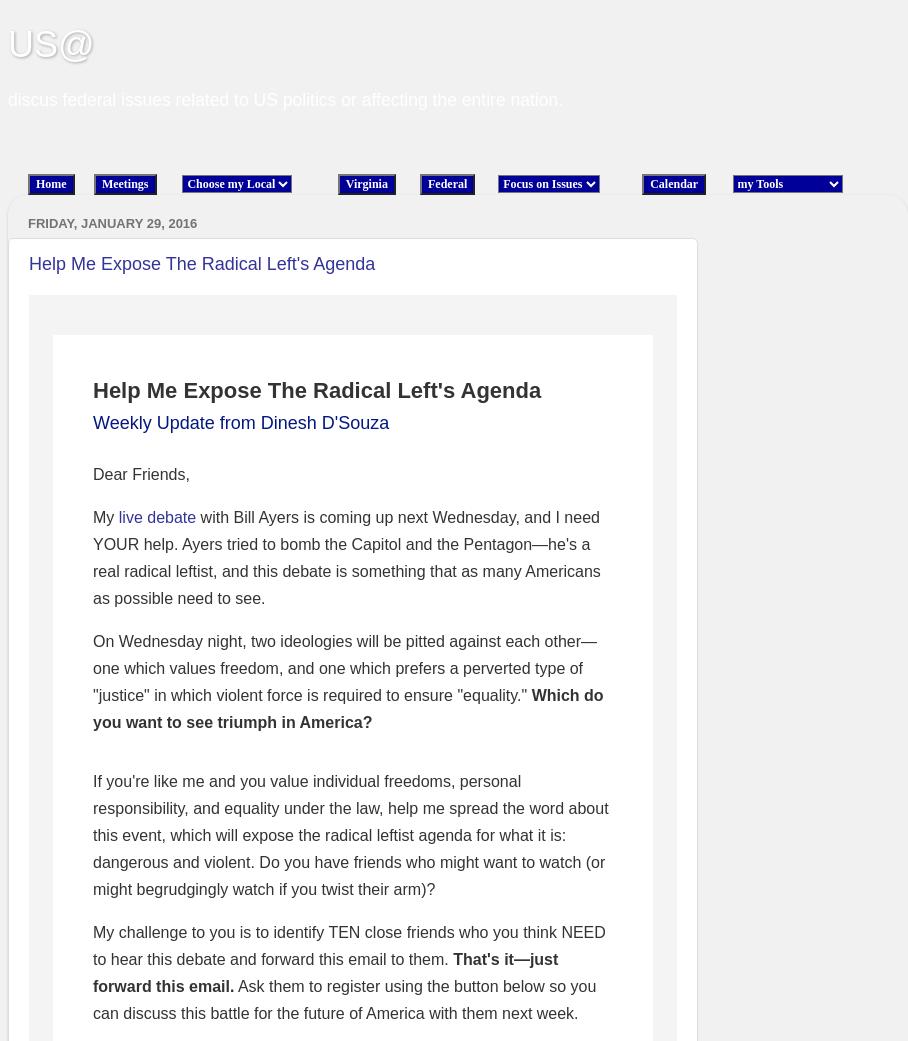  I want to click on 'My challenge to you is to identify TEN close friends who you think NEED to hear this debate and forward this email to them.', so click(349, 945).